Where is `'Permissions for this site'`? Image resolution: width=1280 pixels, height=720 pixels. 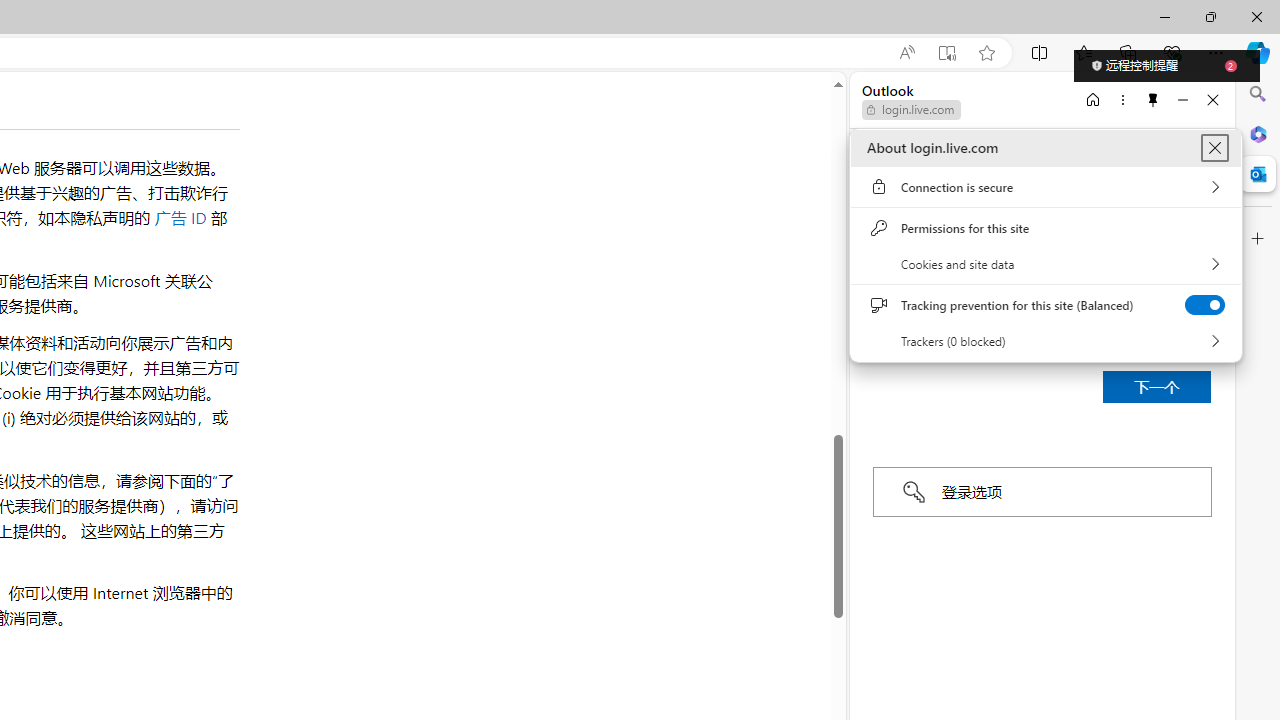 'Permissions for this site' is located at coordinates (1045, 227).